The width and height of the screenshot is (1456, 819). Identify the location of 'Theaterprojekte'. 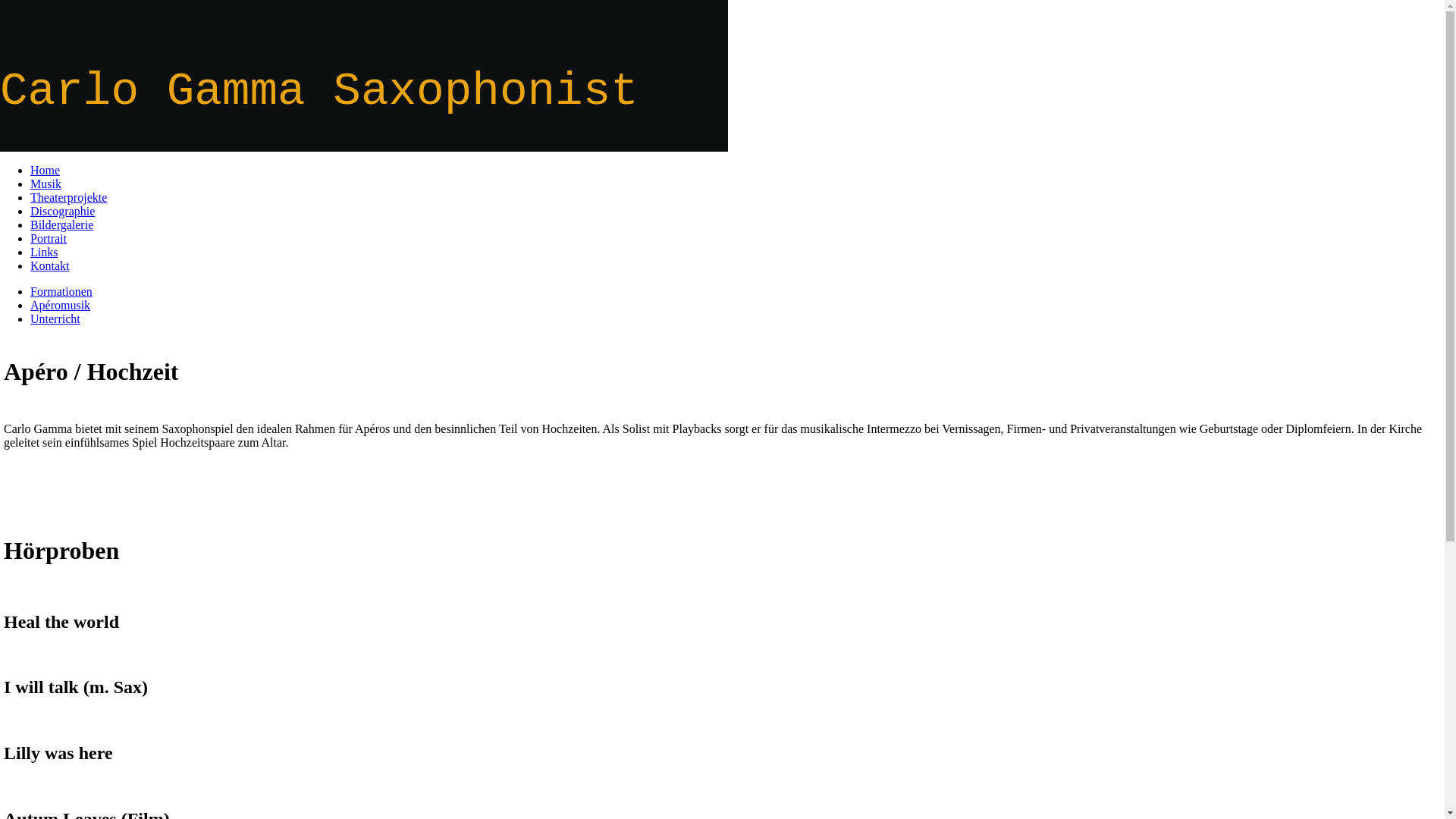
(67, 196).